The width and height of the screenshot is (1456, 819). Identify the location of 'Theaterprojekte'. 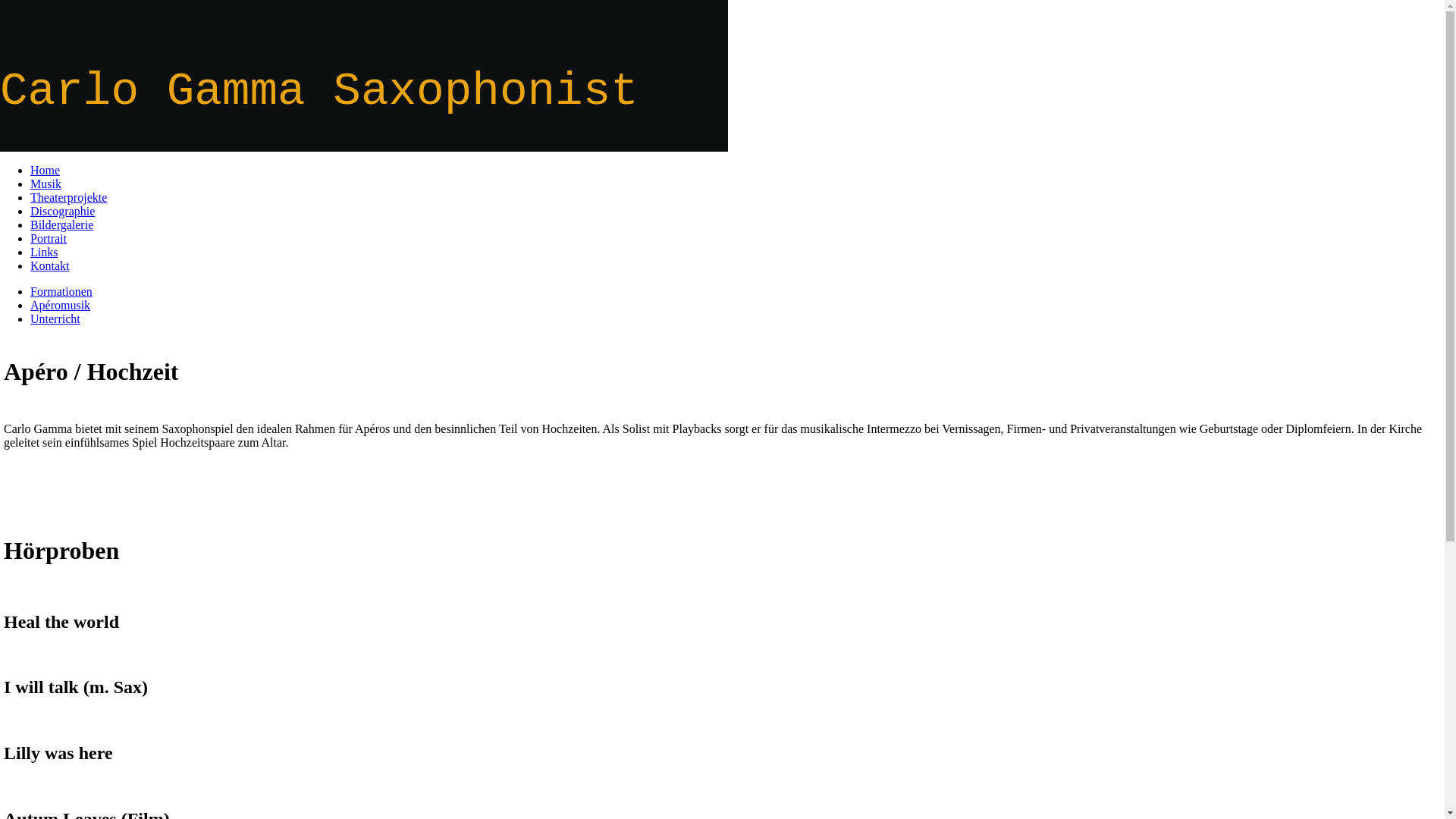
(67, 196).